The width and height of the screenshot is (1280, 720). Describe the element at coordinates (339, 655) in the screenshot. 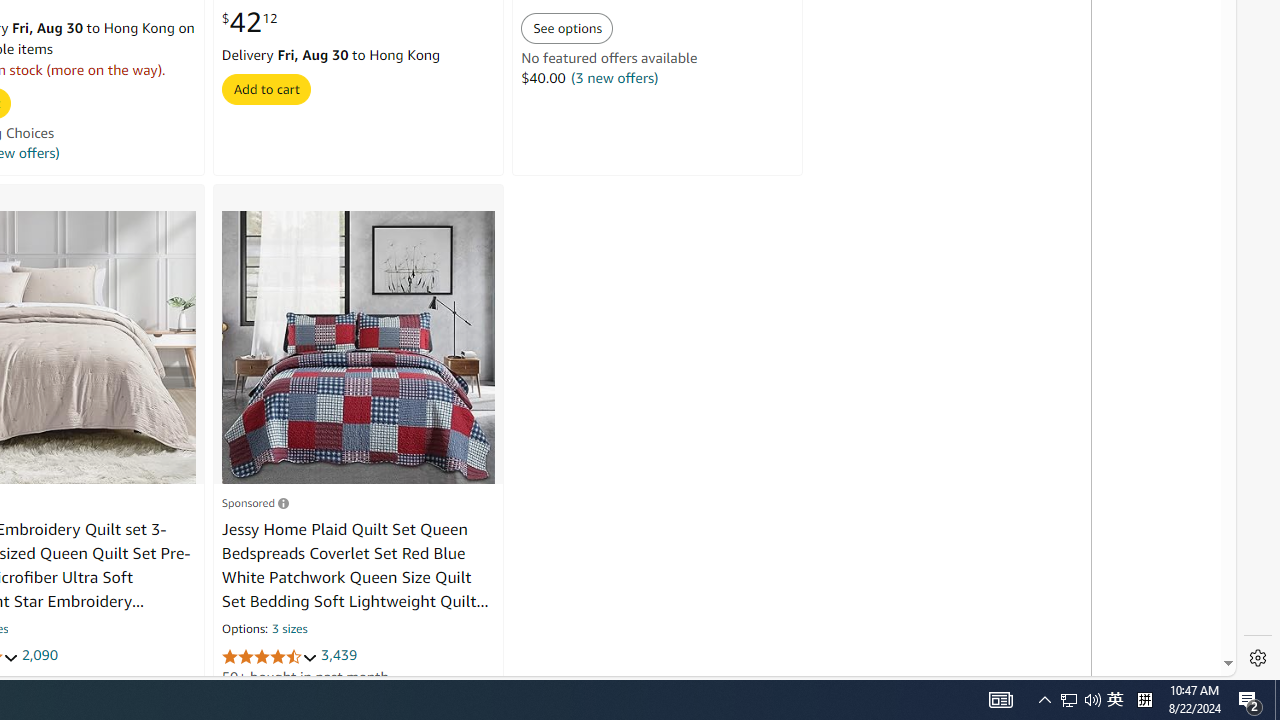

I see `'3,439'` at that location.